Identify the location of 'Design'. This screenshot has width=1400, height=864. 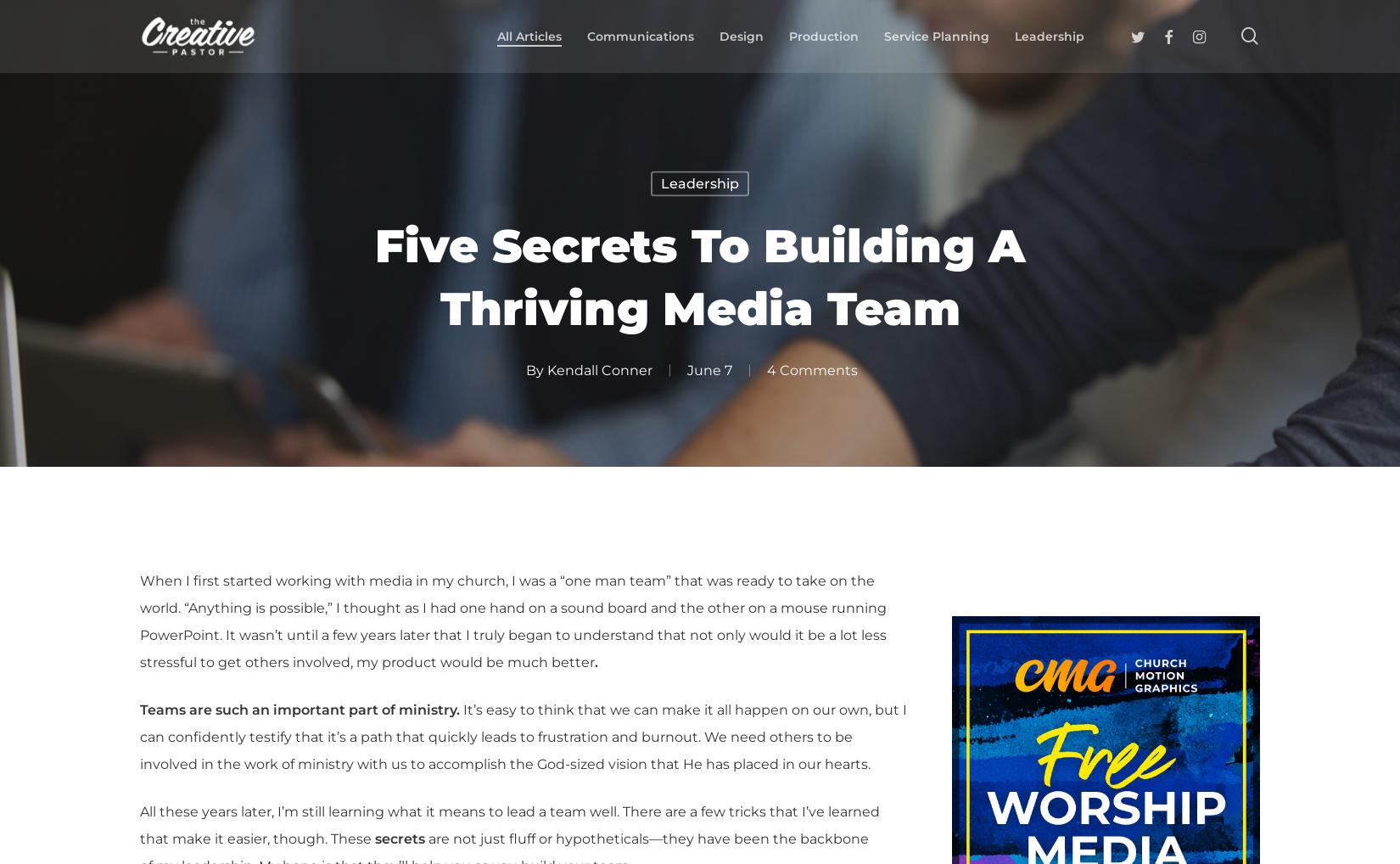
(742, 40).